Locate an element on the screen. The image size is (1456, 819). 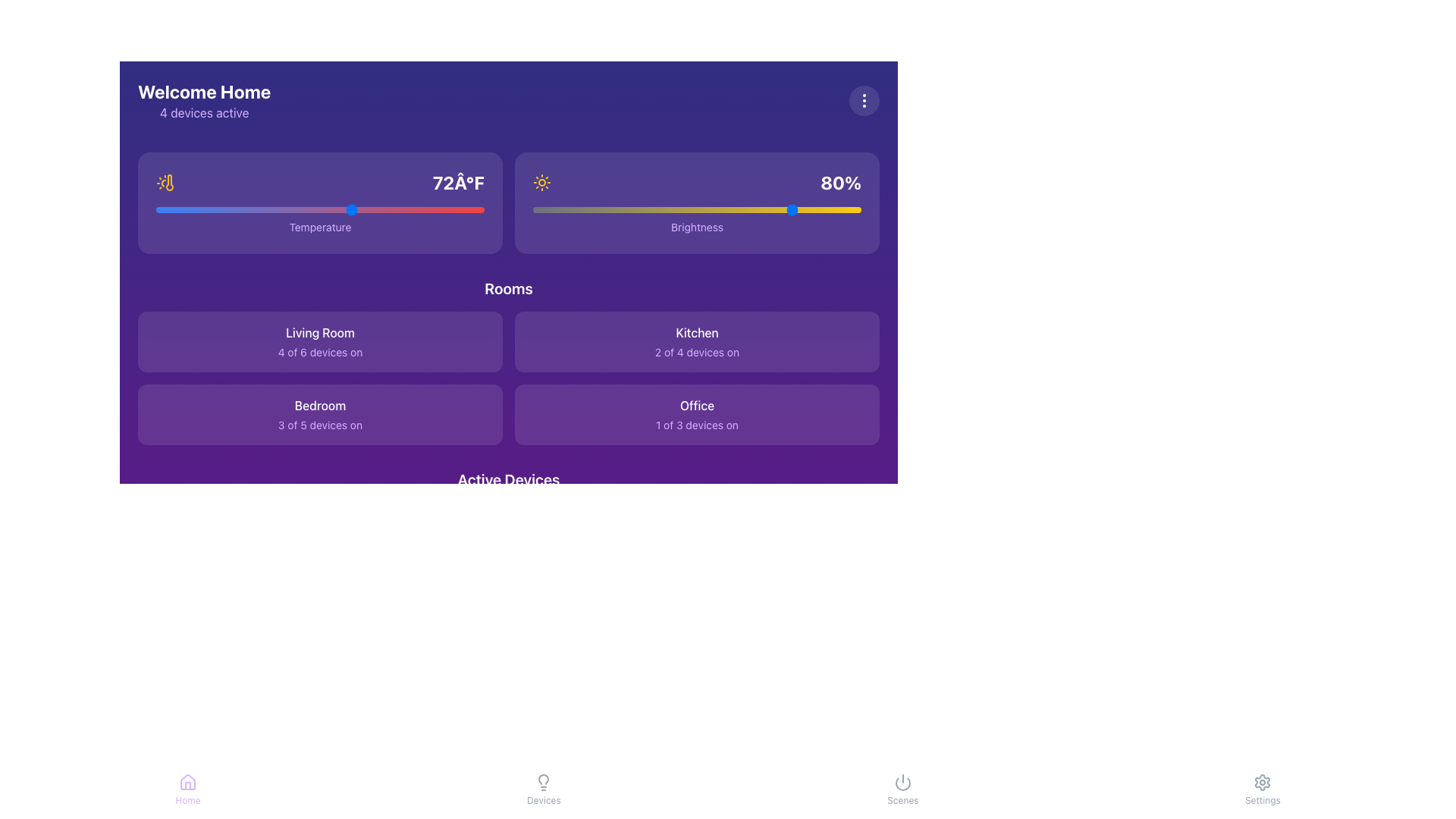
the textual label reading '3 of 5 devices on', which is styled in purple and located beneath the bold 'Bedroom' title in the 'Bedroom' card is located at coordinates (319, 425).